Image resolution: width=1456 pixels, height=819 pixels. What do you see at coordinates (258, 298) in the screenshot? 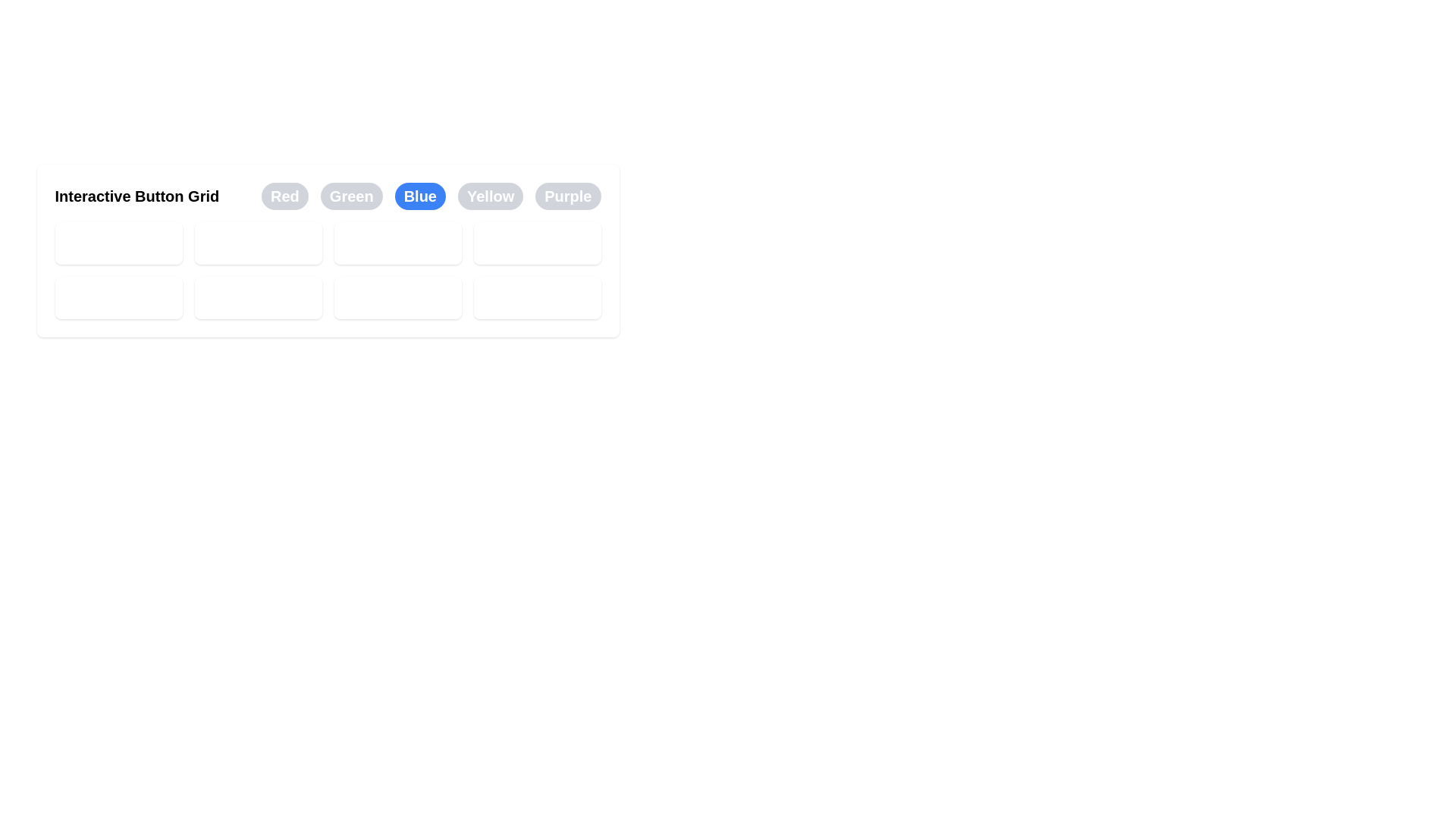
I see `the interactive element labeled 'Button 6', located in the second row and second column of the button grid` at bounding box center [258, 298].